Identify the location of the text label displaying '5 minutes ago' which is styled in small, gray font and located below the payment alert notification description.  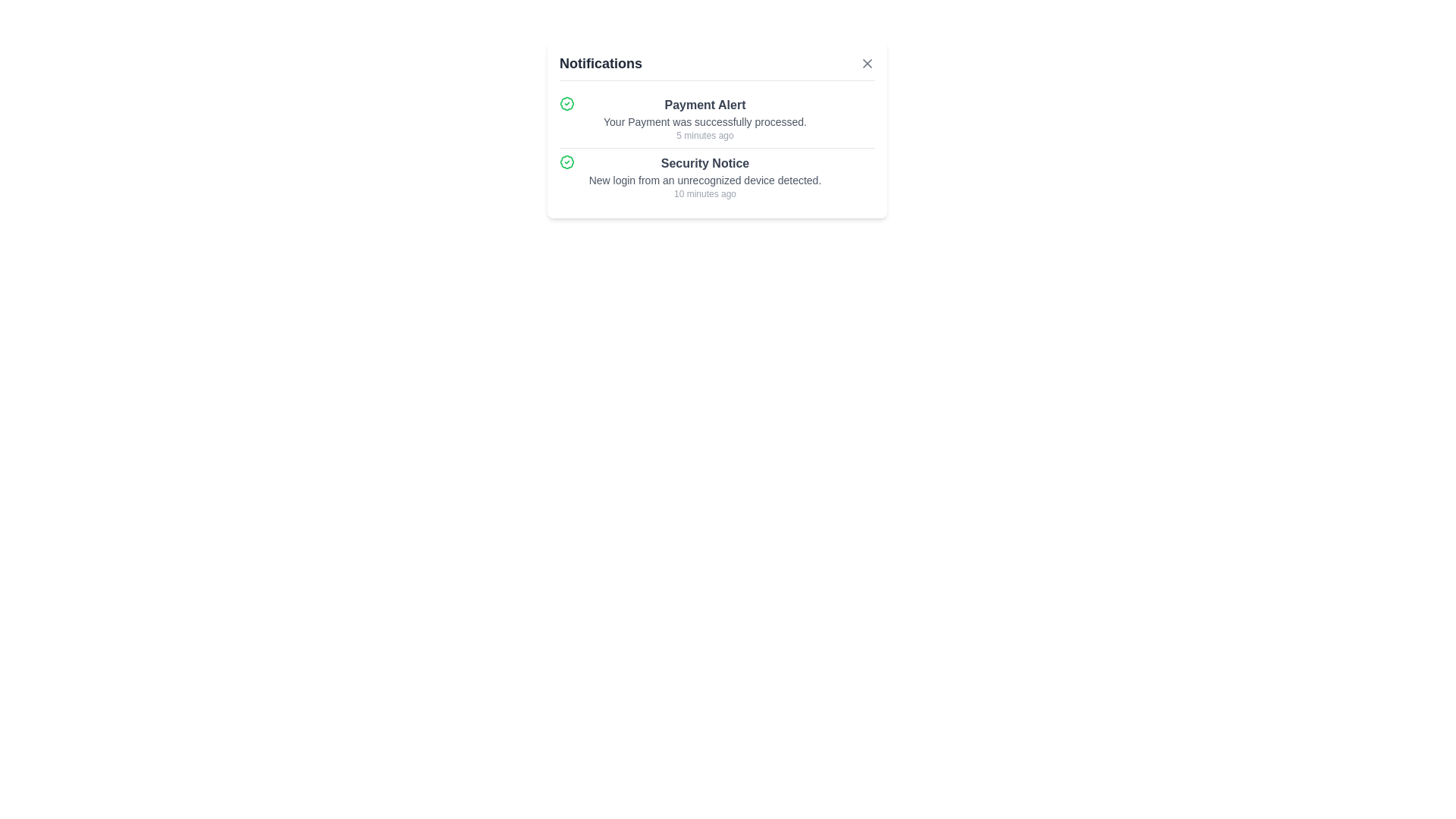
(704, 134).